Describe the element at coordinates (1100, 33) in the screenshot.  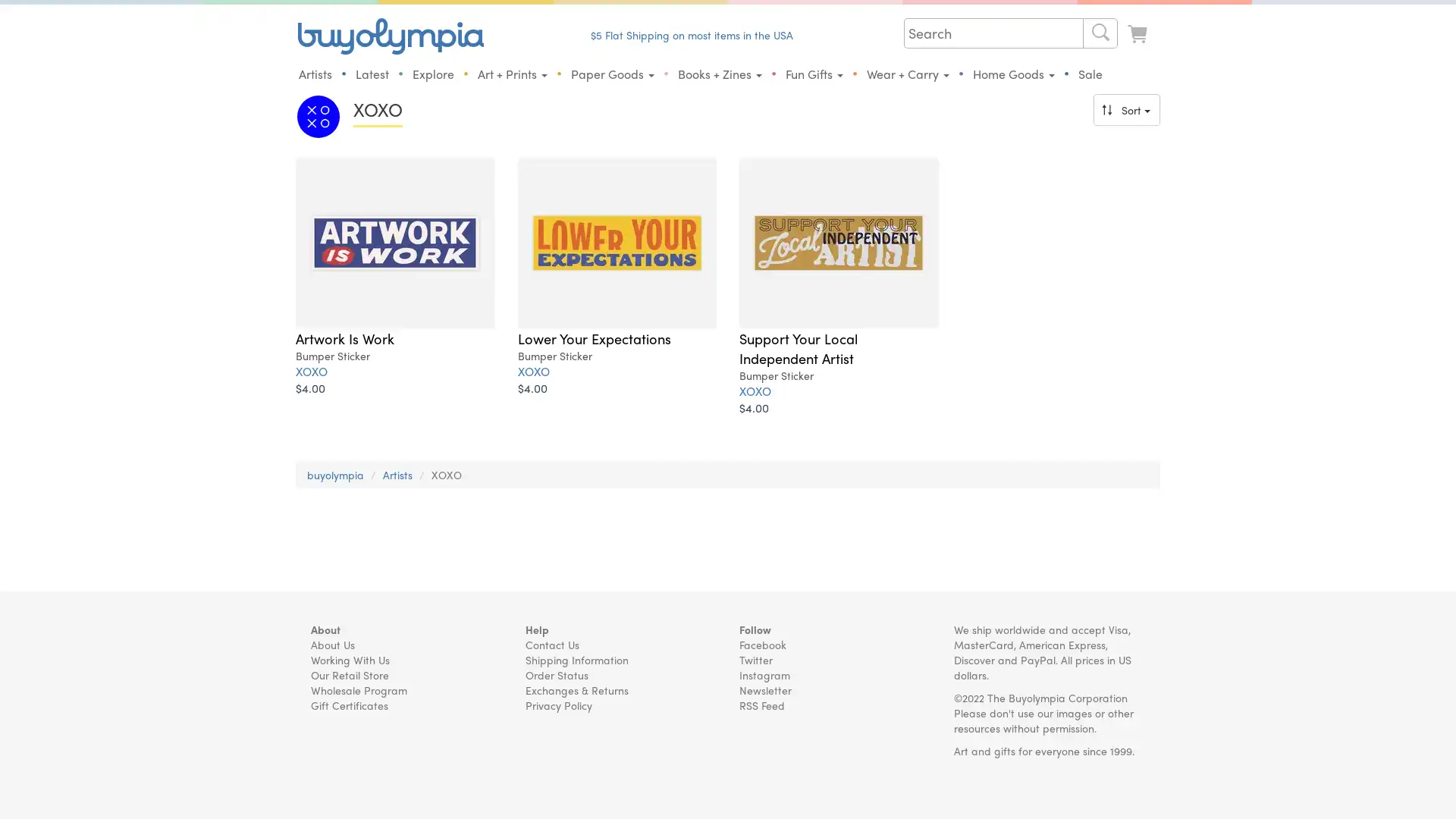
I see `Search` at that location.